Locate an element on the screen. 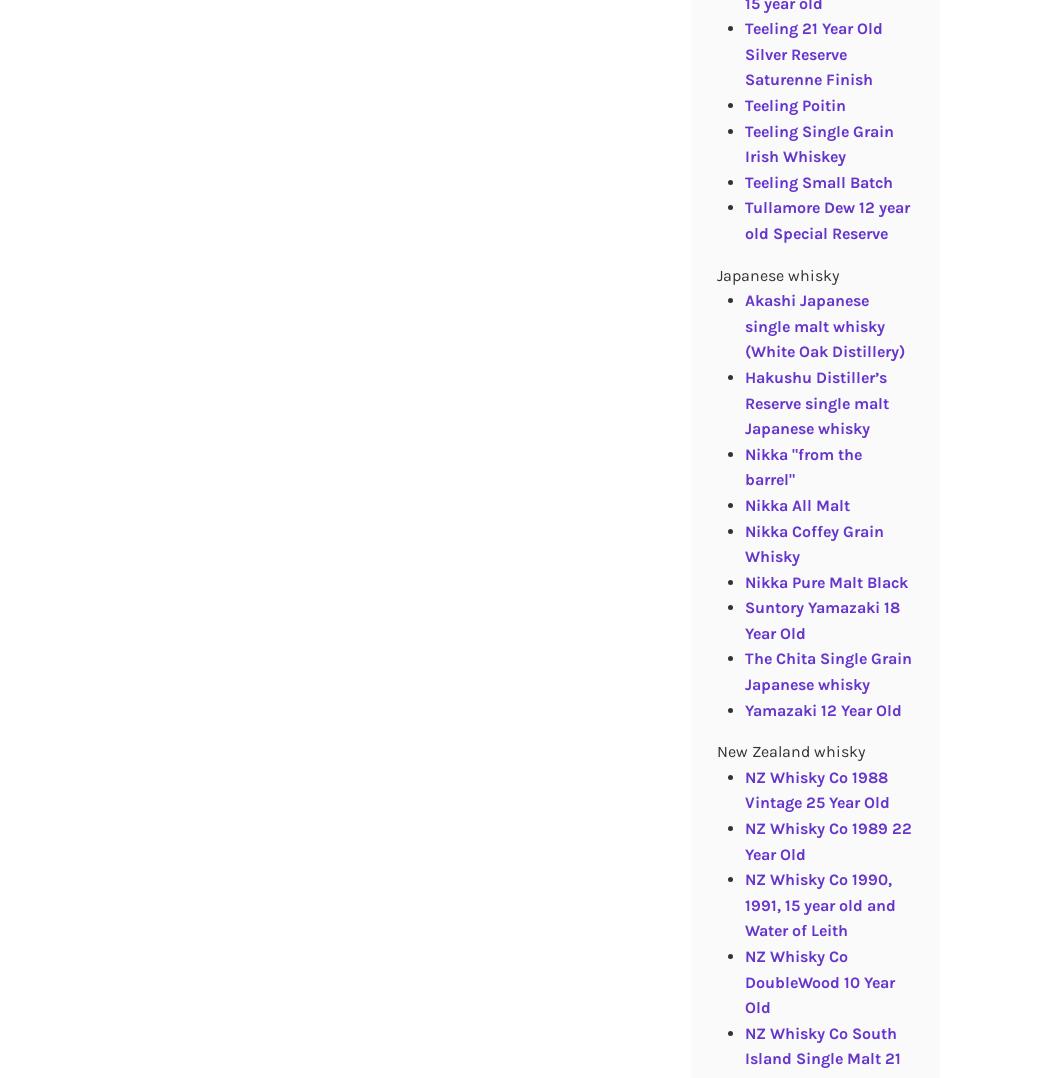 The image size is (1050, 1078). 'NZ Whisky Co 1988 Vintage 25 Year Old' is located at coordinates (815, 788).